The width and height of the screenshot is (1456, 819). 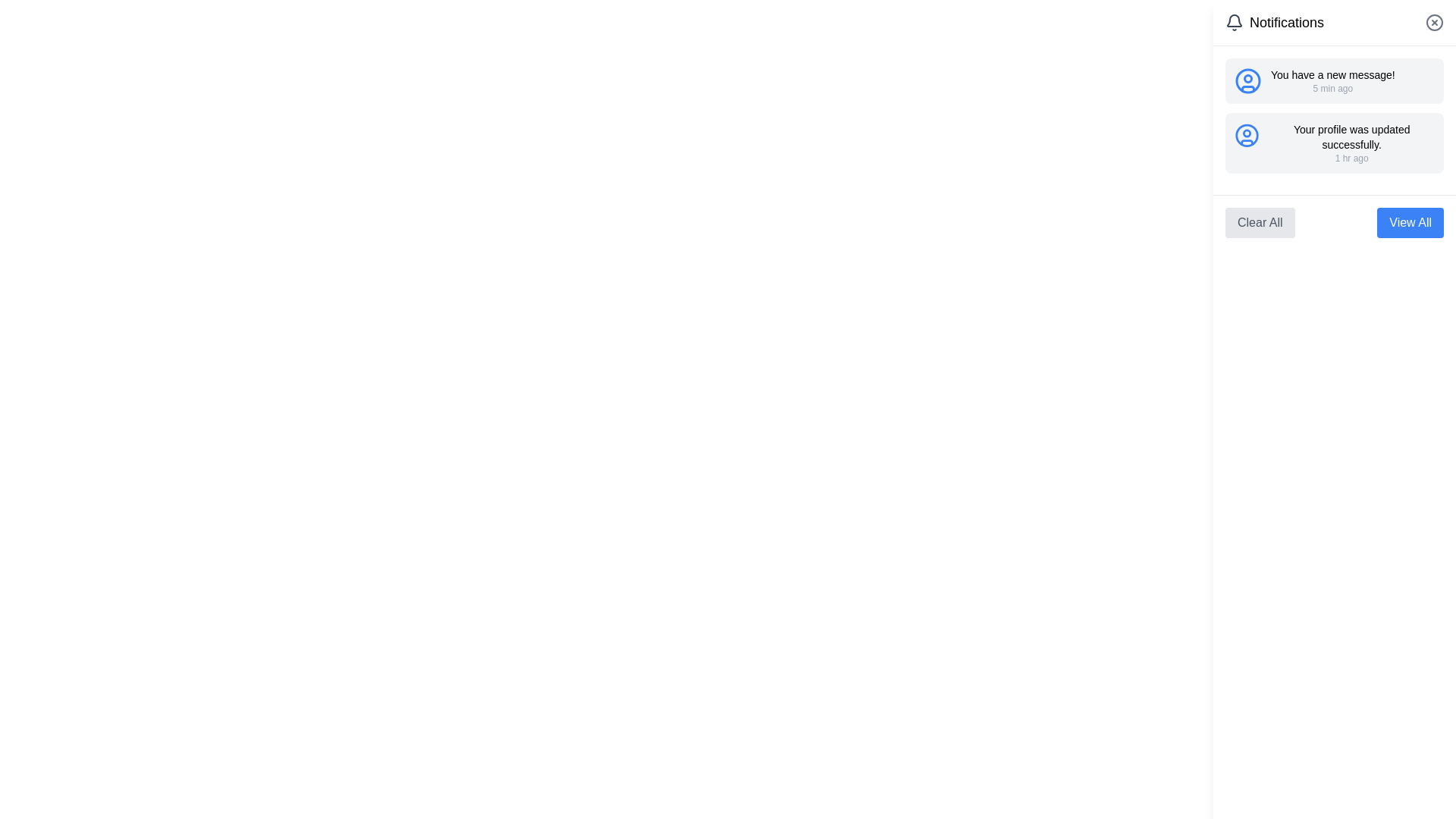 What do you see at coordinates (1248, 81) in the screenshot?
I see `the circular icon with a blue outline and user profile symbol located to the left of the text 'You have a new message!' in the notification box` at bounding box center [1248, 81].